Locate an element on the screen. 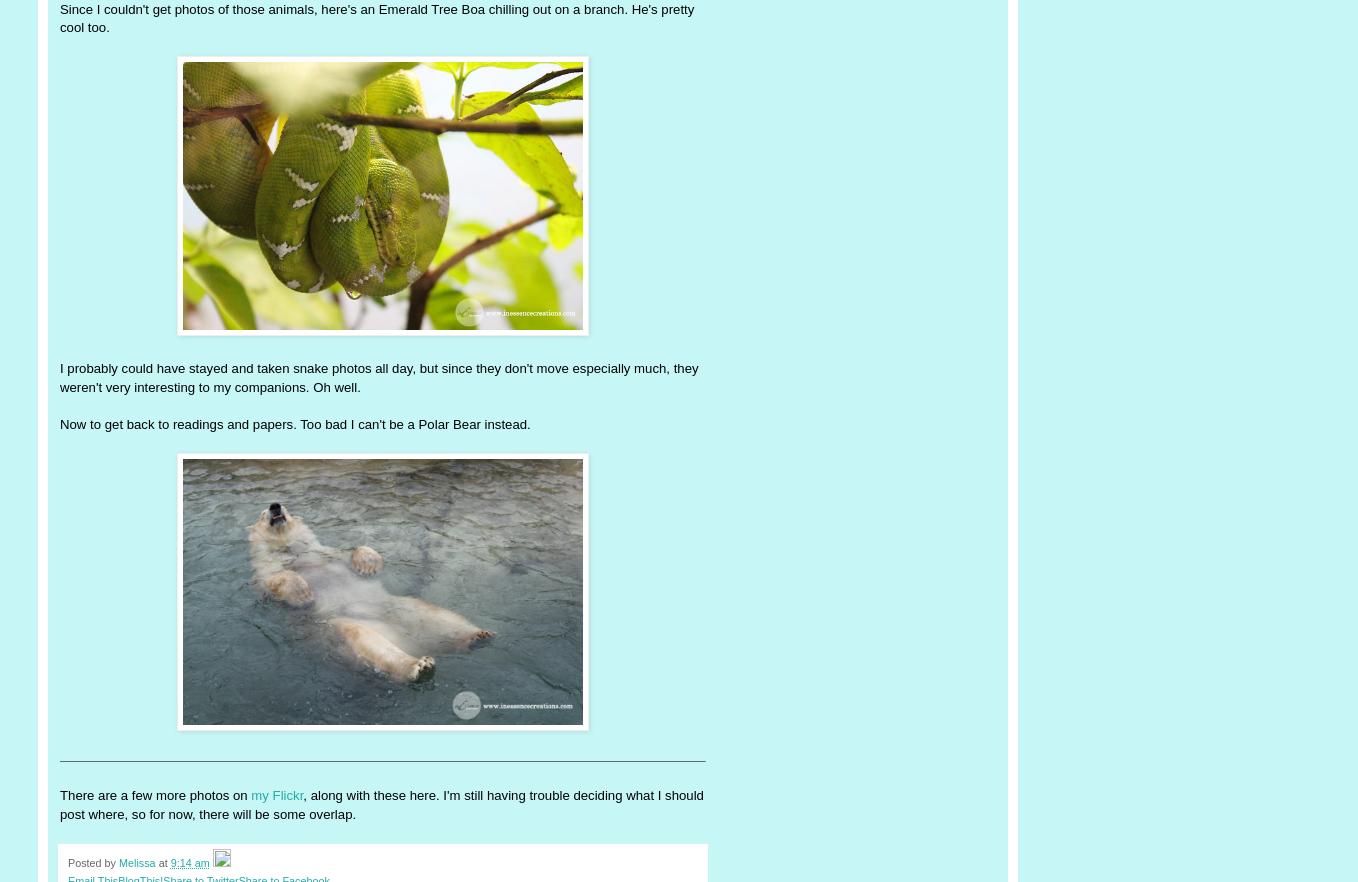 The image size is (1358, 882). 'Now to get back to readings and papers. Too bad I can't be a Polar Bear instead.' is located at coordinates (60, 422).